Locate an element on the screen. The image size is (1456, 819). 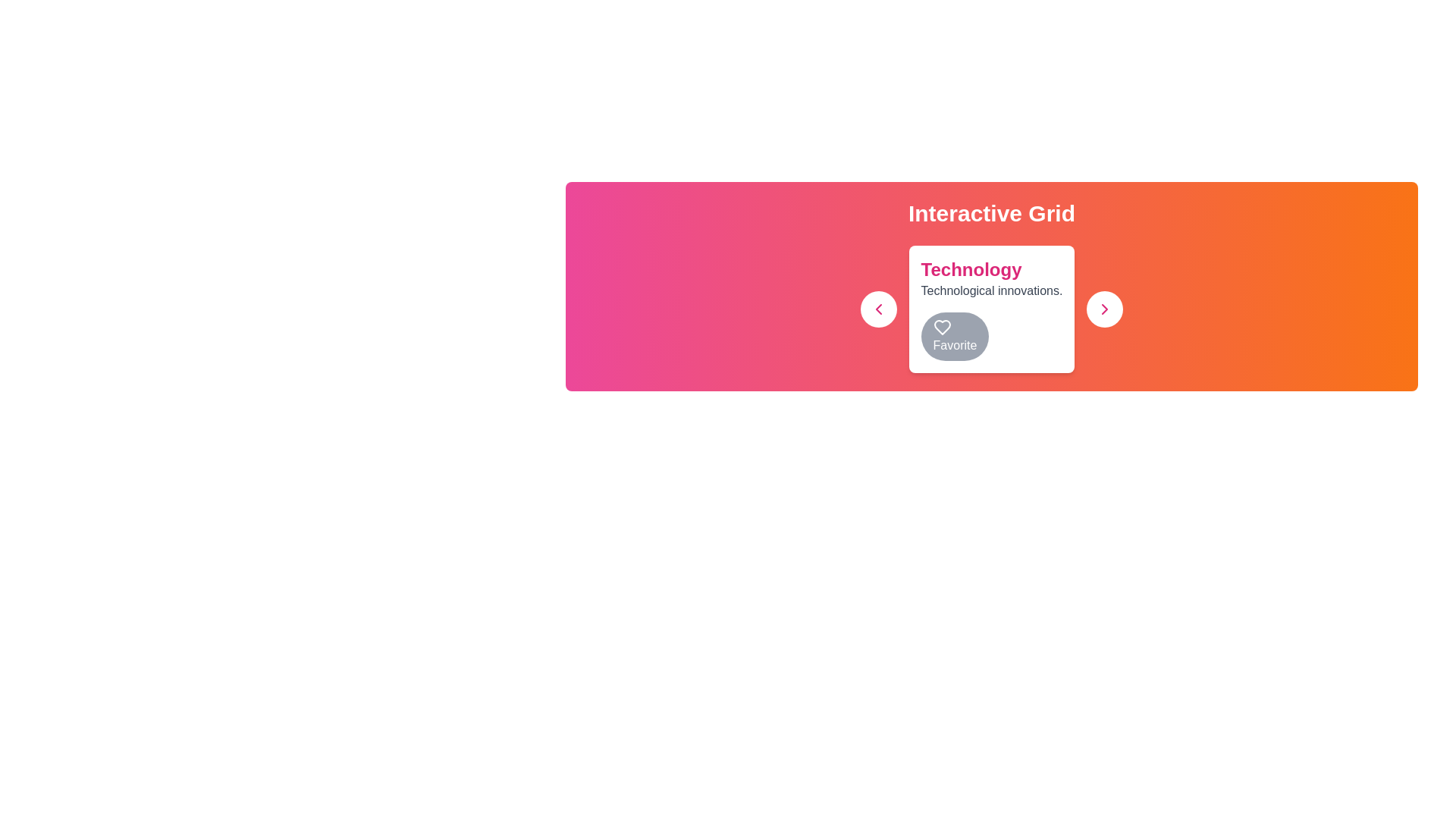
the Chevron icon located within the right navigation button is located at coordinates (1105, 309).